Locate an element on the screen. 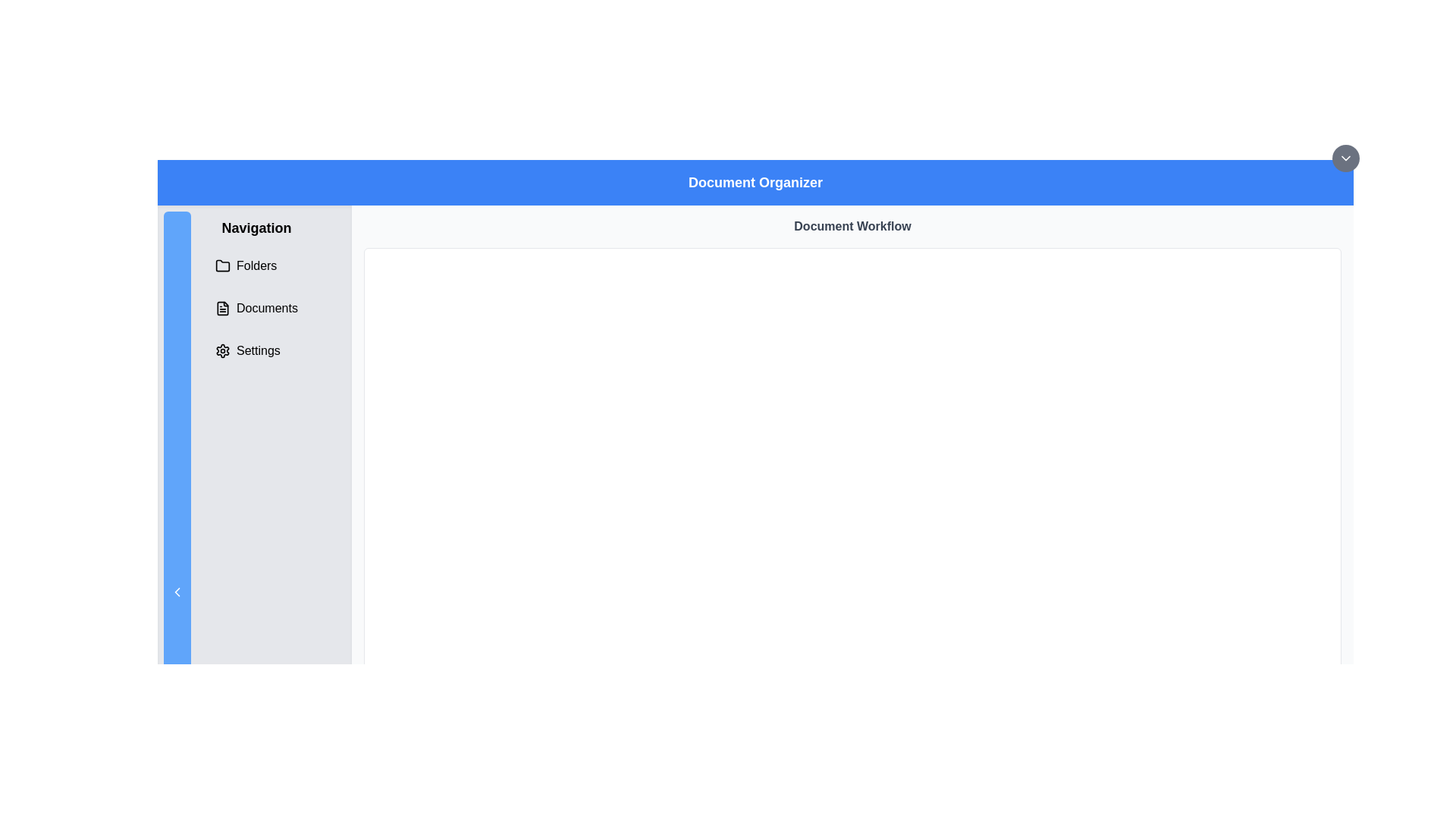  the settings icon located is located at coordinates (221, 350).